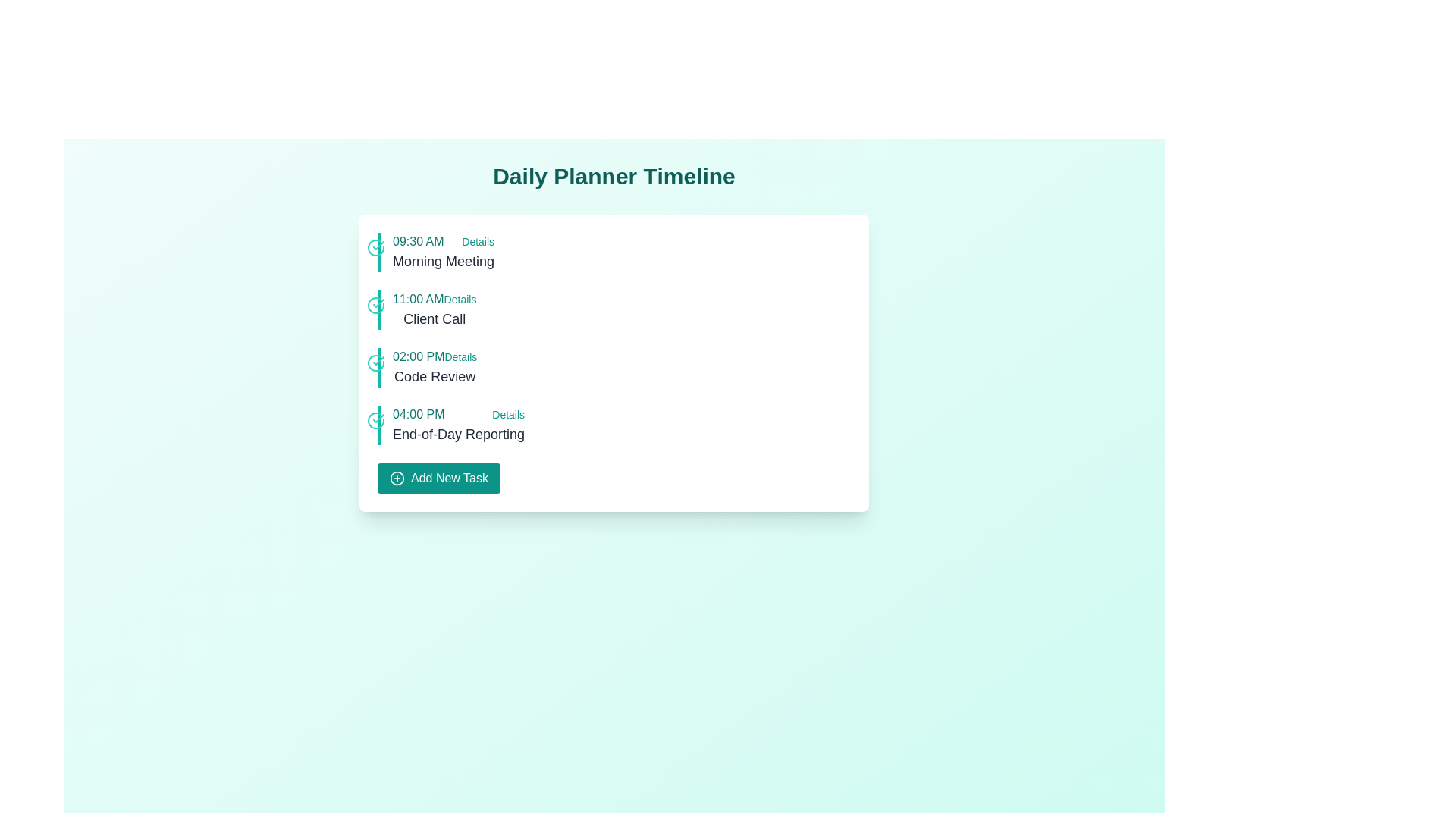 This screenshot has width=1456, height=819. What do you see at coordinates (375, 305) in the screenshot?
I see `the teal circular icon with a checkmark located immediately to the left of the text '11:00 AM Client Call' in the timeline interface` at bounding box center [375, 305].